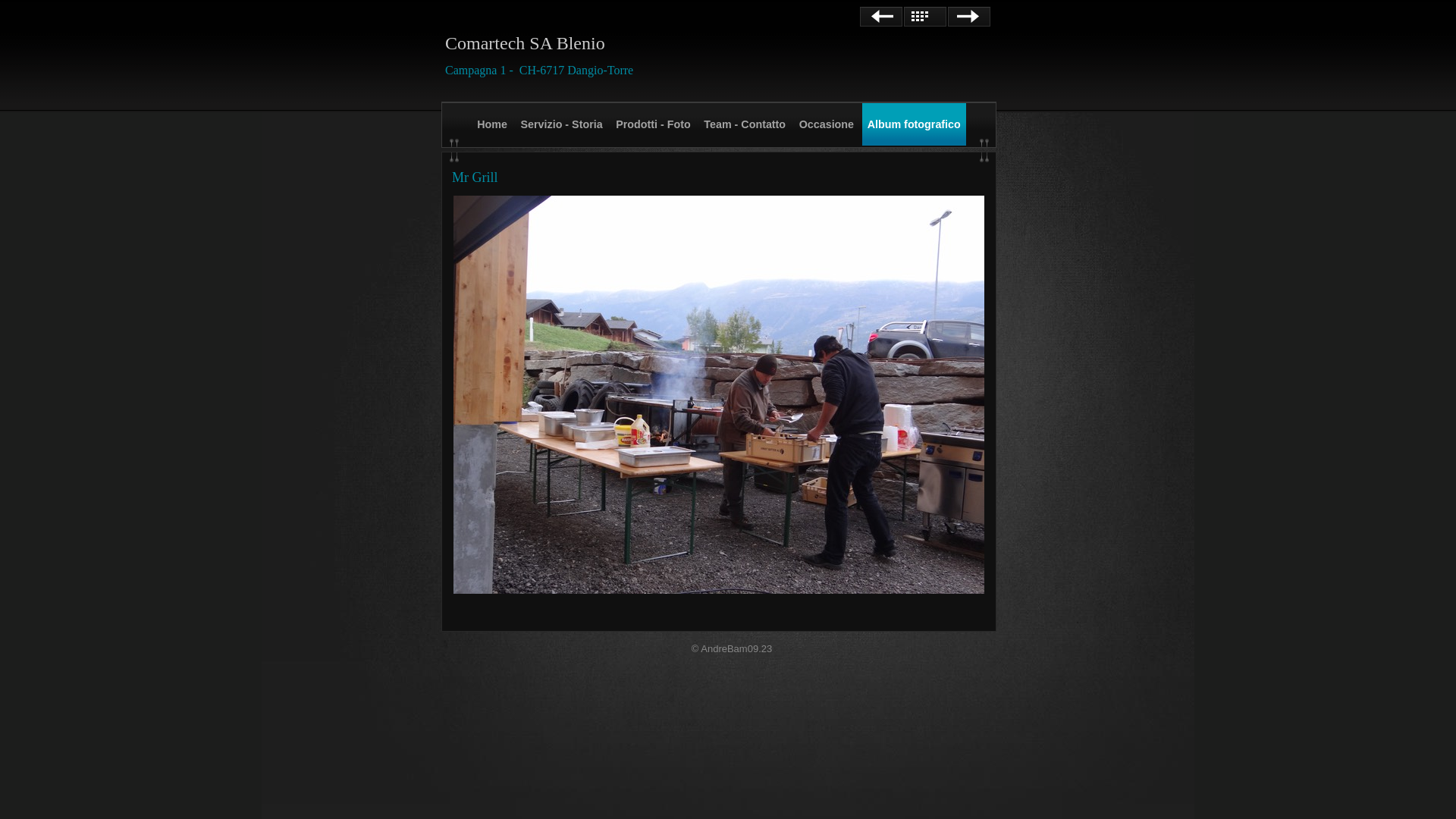 The image size is (1456, 819). What do you see at coordinates (652, 124) in the screenshot?
I see `'Prodotti - Foto'` at bounding box center [652, 124].